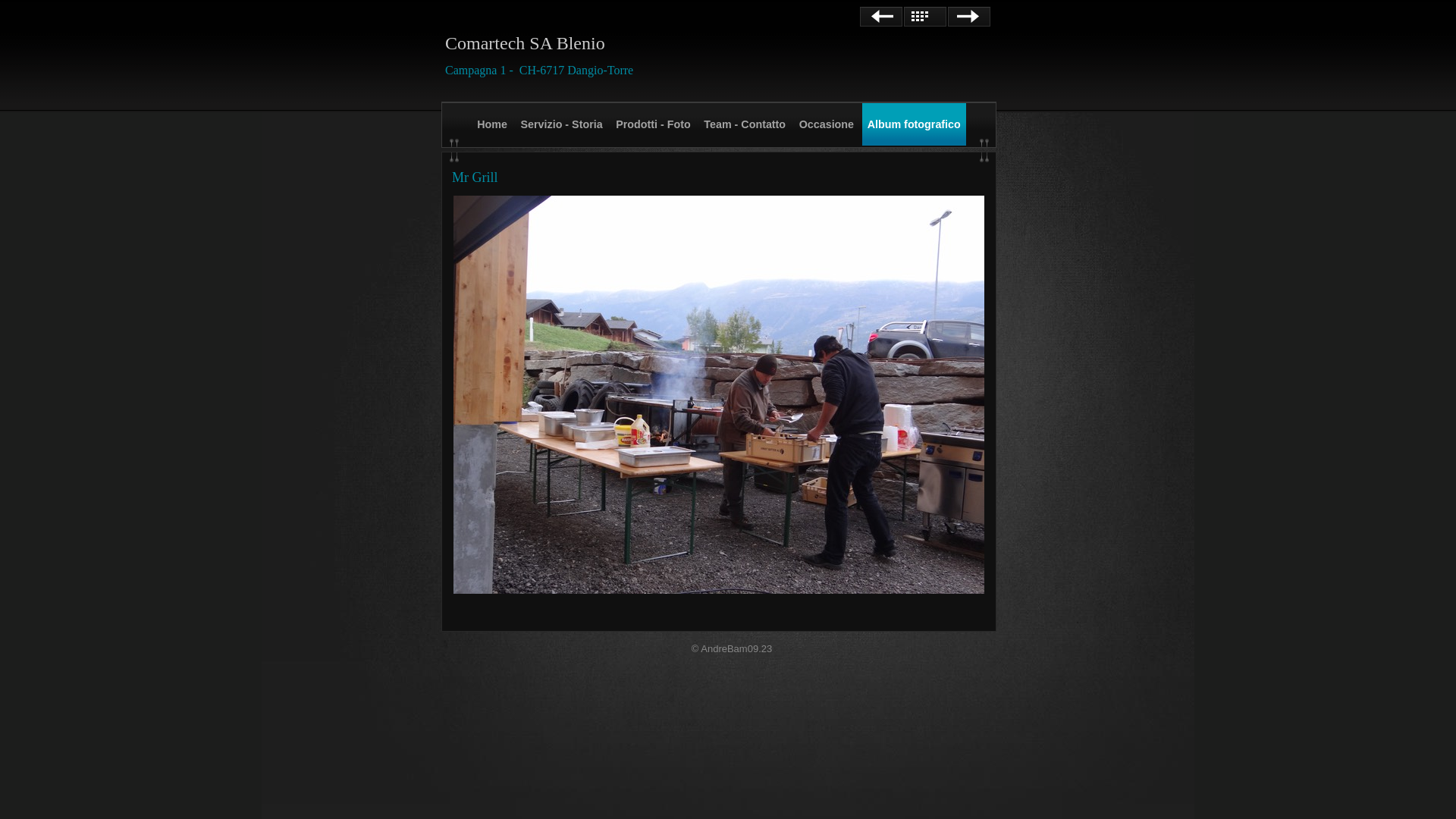 The image size is (1456, 819). What do you see at coordinates (652, 124) in the screenshot?
I see `'Prodotti - Foto'` at bounding box center [652, 124].